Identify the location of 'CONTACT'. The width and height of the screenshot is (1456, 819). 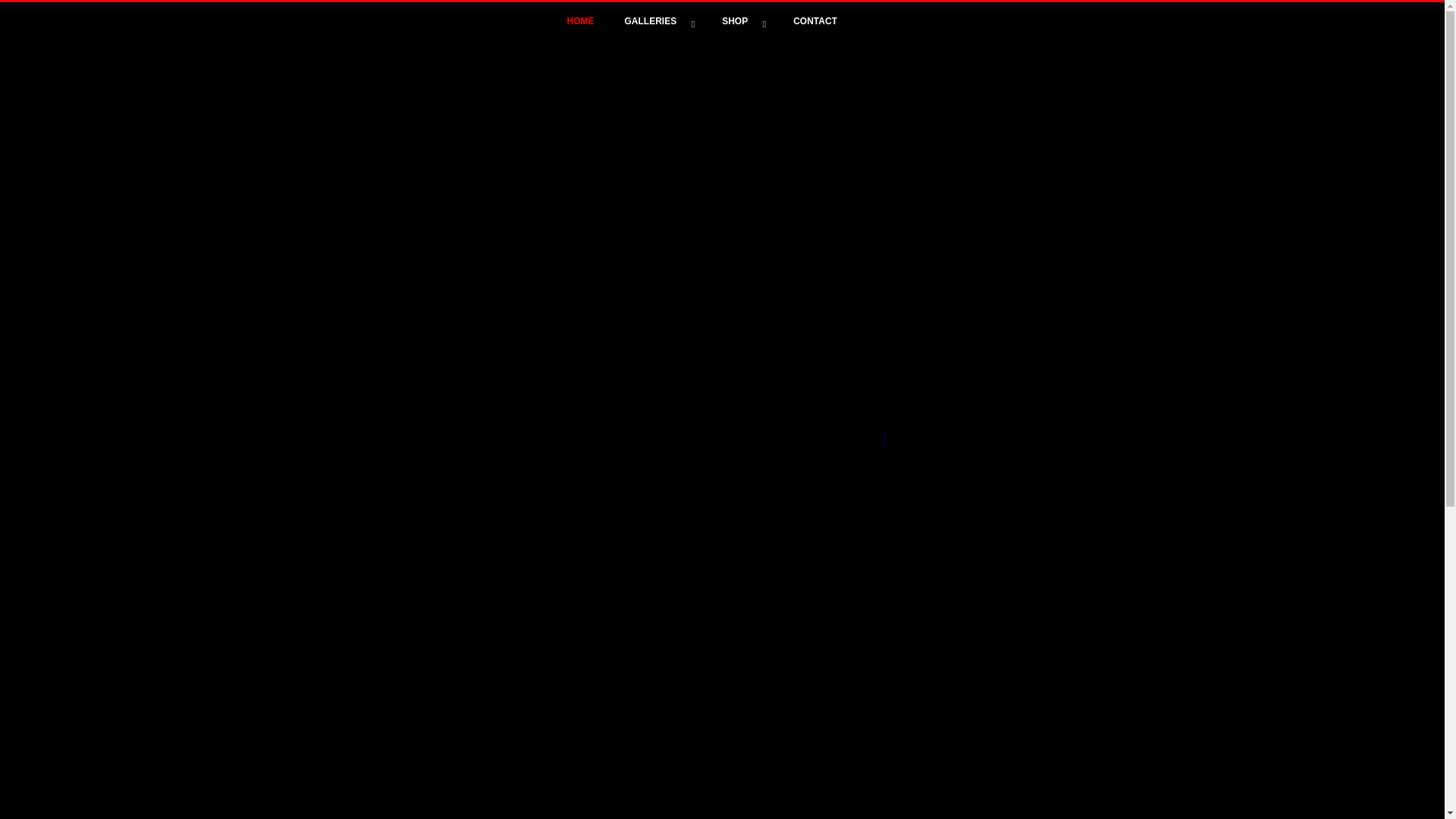
(814, 20).